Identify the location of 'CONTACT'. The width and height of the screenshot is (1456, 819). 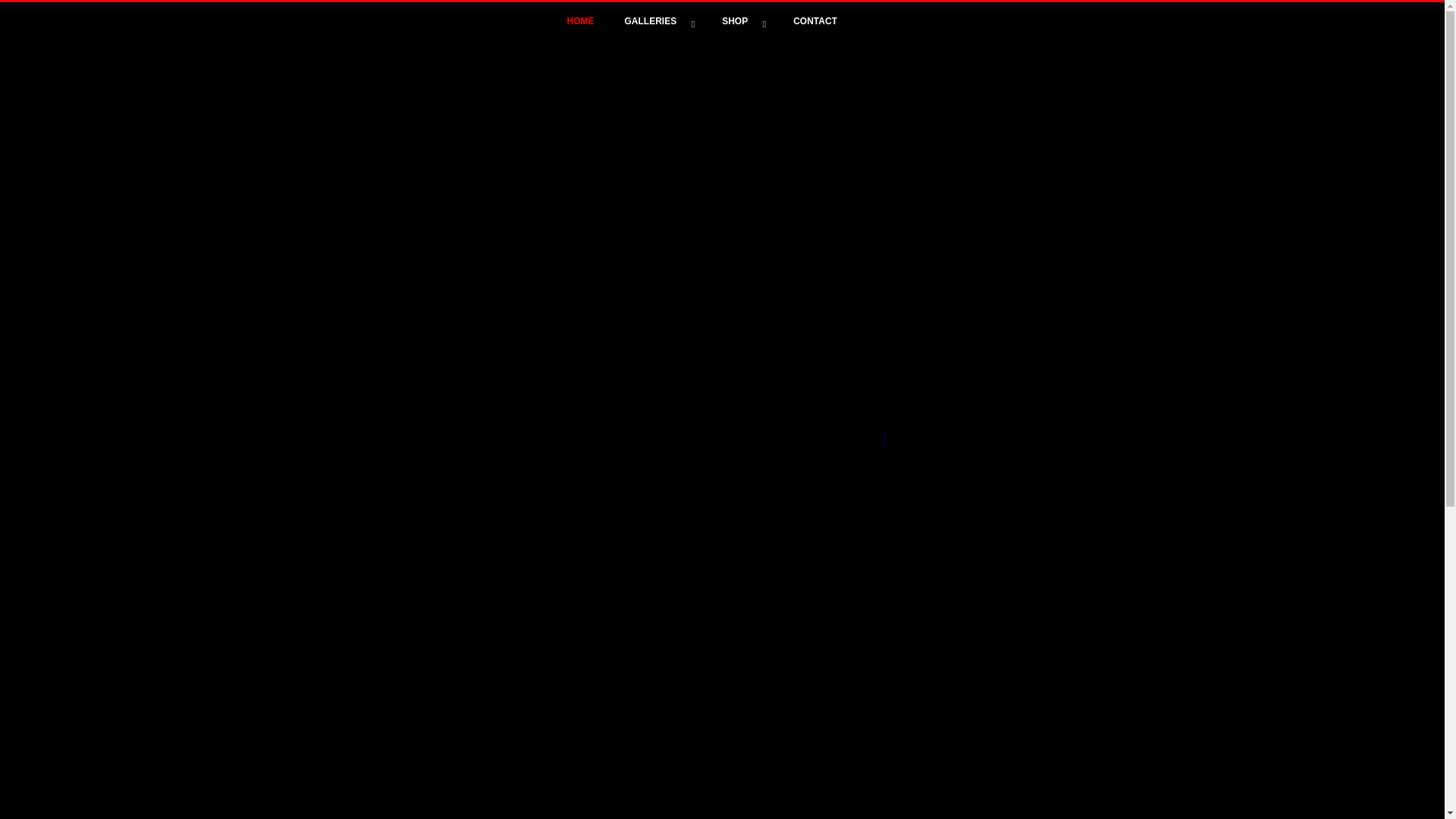
(814, 20).